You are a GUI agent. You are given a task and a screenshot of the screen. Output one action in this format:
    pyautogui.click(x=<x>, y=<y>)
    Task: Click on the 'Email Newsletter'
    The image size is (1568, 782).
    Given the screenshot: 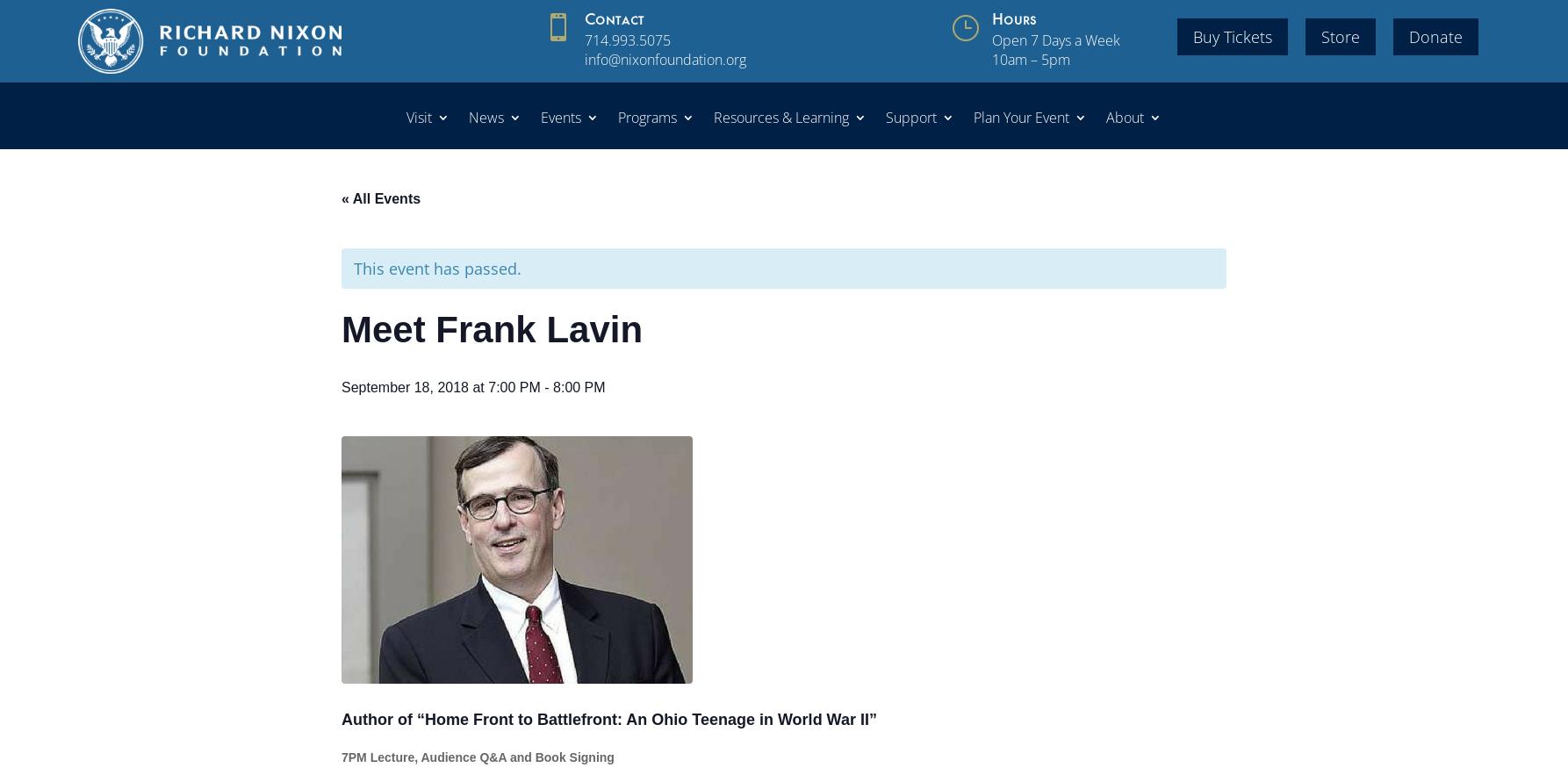 What is the action you would take?
    pyautogui.click(x=1183, y=255)
    